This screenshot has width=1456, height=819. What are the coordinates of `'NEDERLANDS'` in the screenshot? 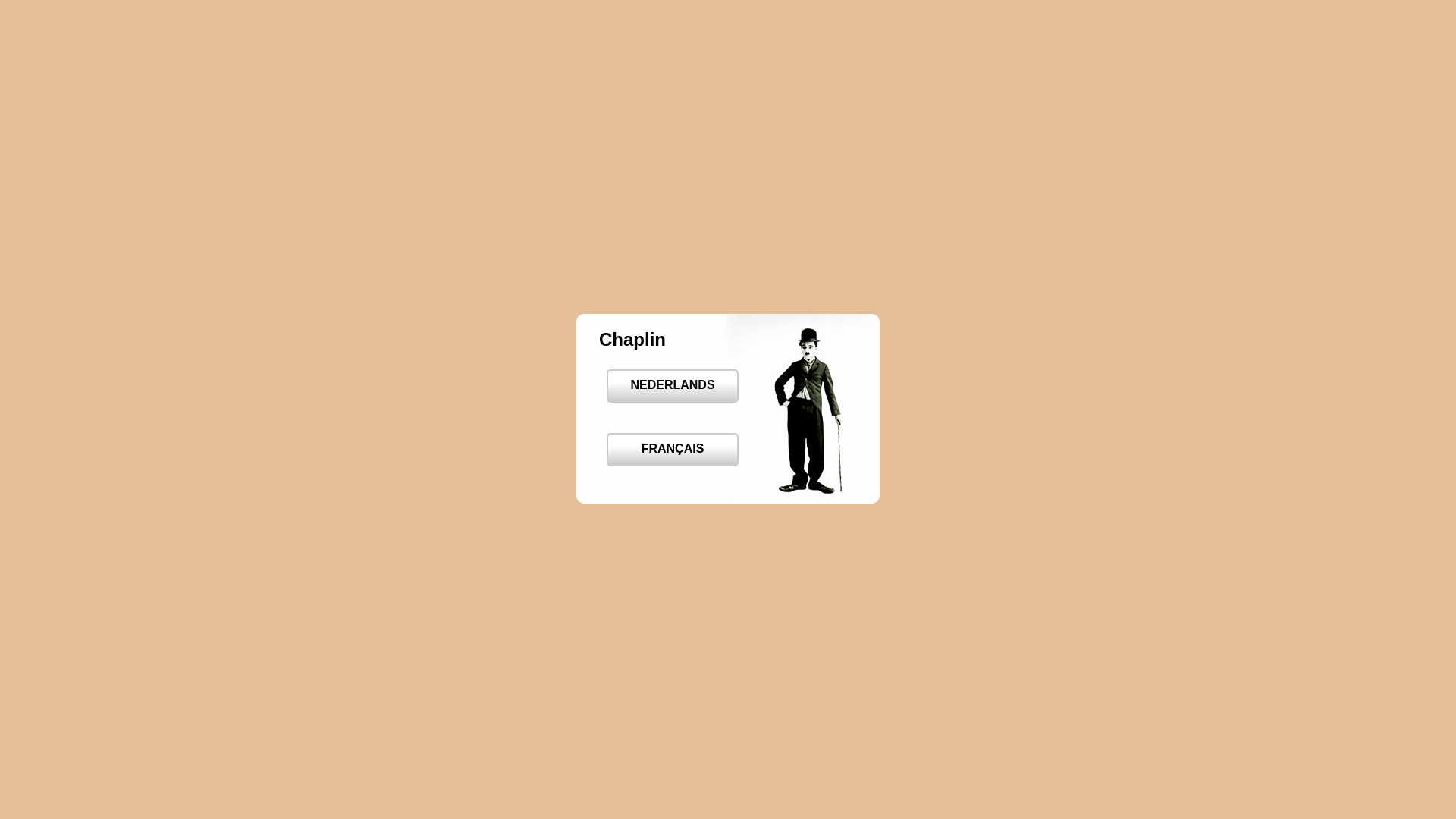 It's located at (672, 385).